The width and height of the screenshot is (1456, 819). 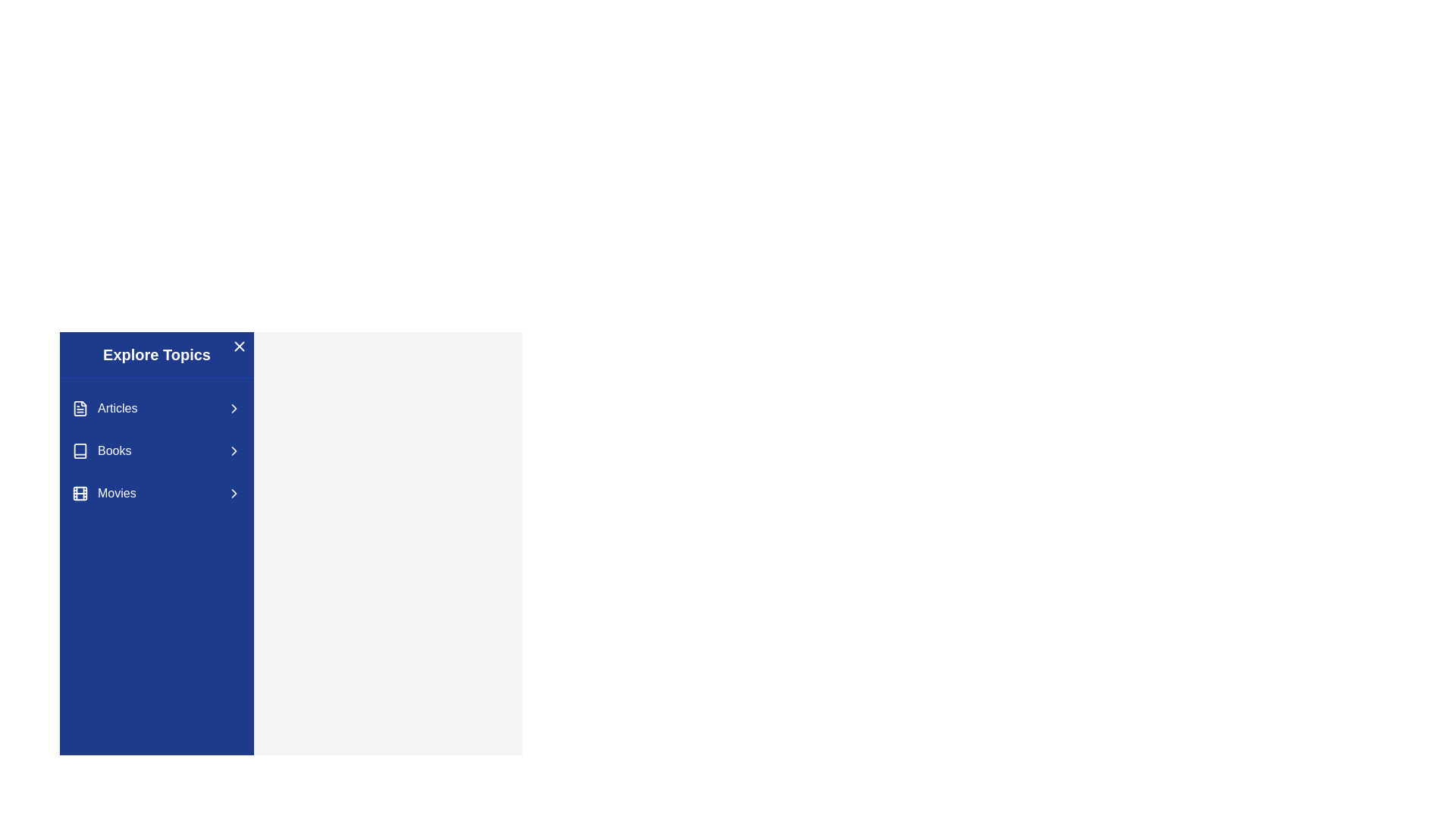 I want to click on the 'Books' text label in the vertical navigation menu, which is located beneath the 'Articles' entry and above the 'Movies' entry, so click(x=114, y=450).